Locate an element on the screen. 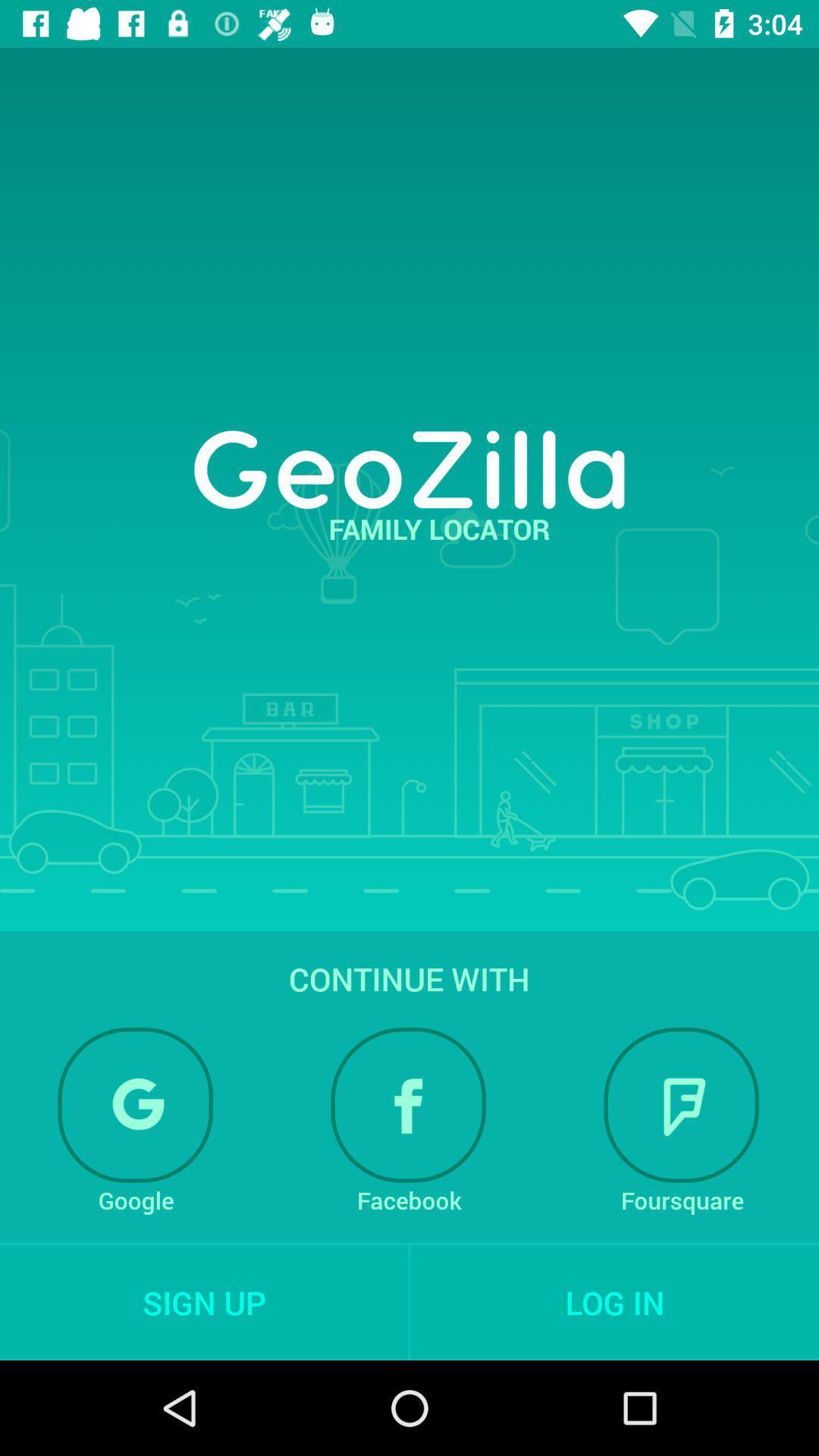 The width and height of the screenshot is (819, 1456). log in with google account is located at coordinates (135, 1105).